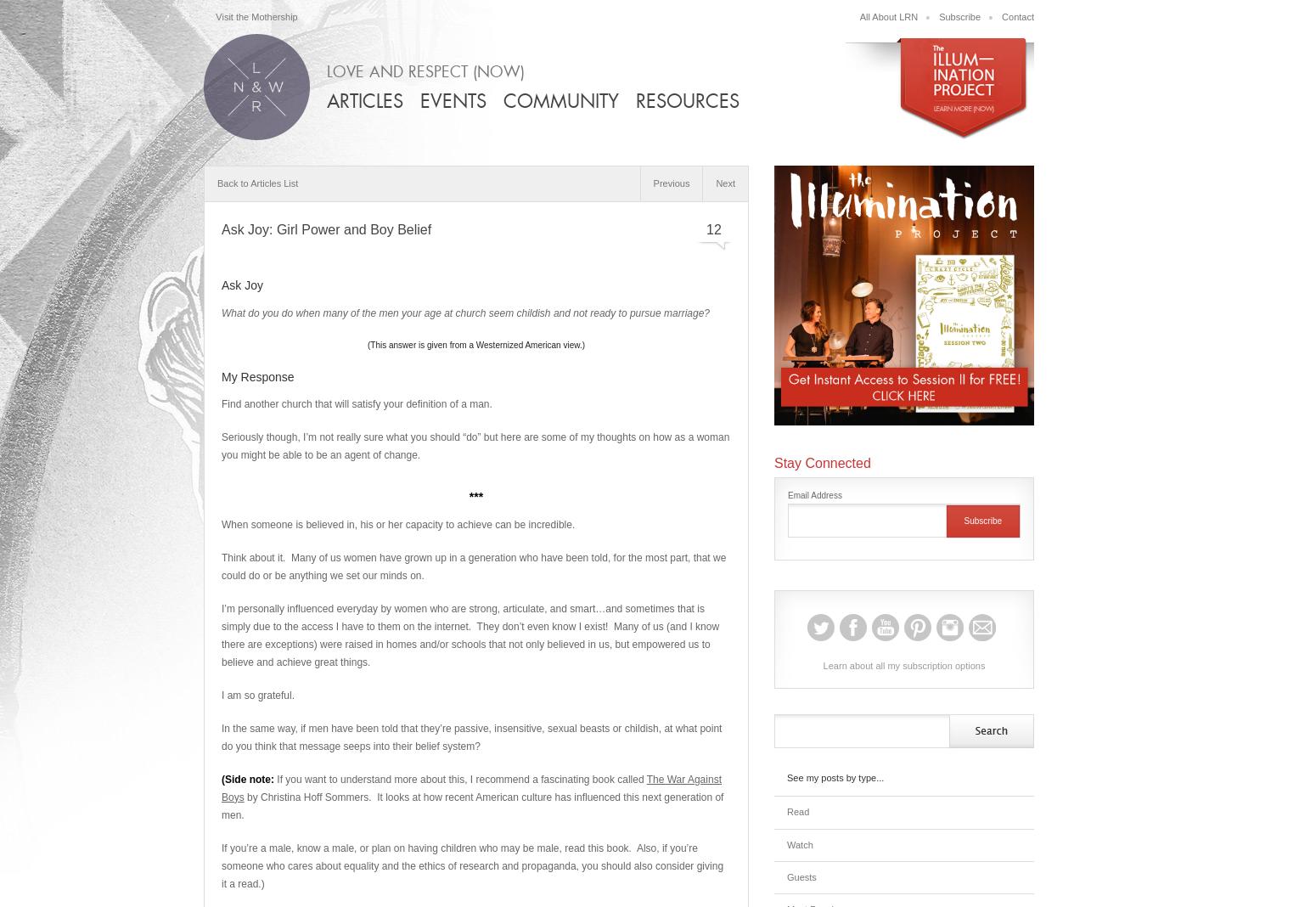 This screenshot has height=907, width=1316. What do you see at coordinates (787, 493) in the screenshot?
I see `'Email Address'` at bounding box center [787, 493].